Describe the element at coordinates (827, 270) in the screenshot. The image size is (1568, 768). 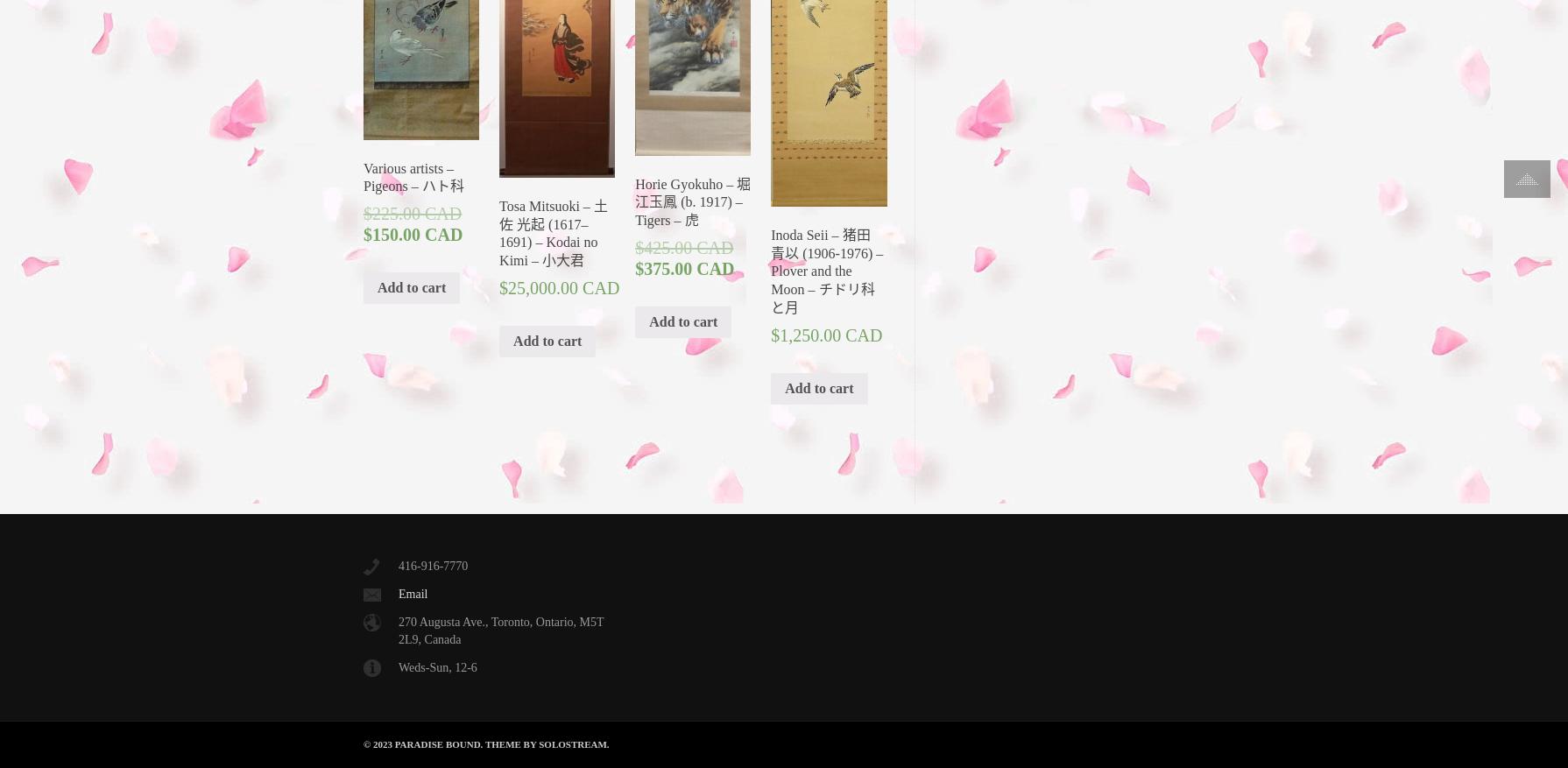
I see `'Inoda Seii – 猪田 青以 (1906-1976) – Plover and the Moon – チドリ科と月'` at that location.